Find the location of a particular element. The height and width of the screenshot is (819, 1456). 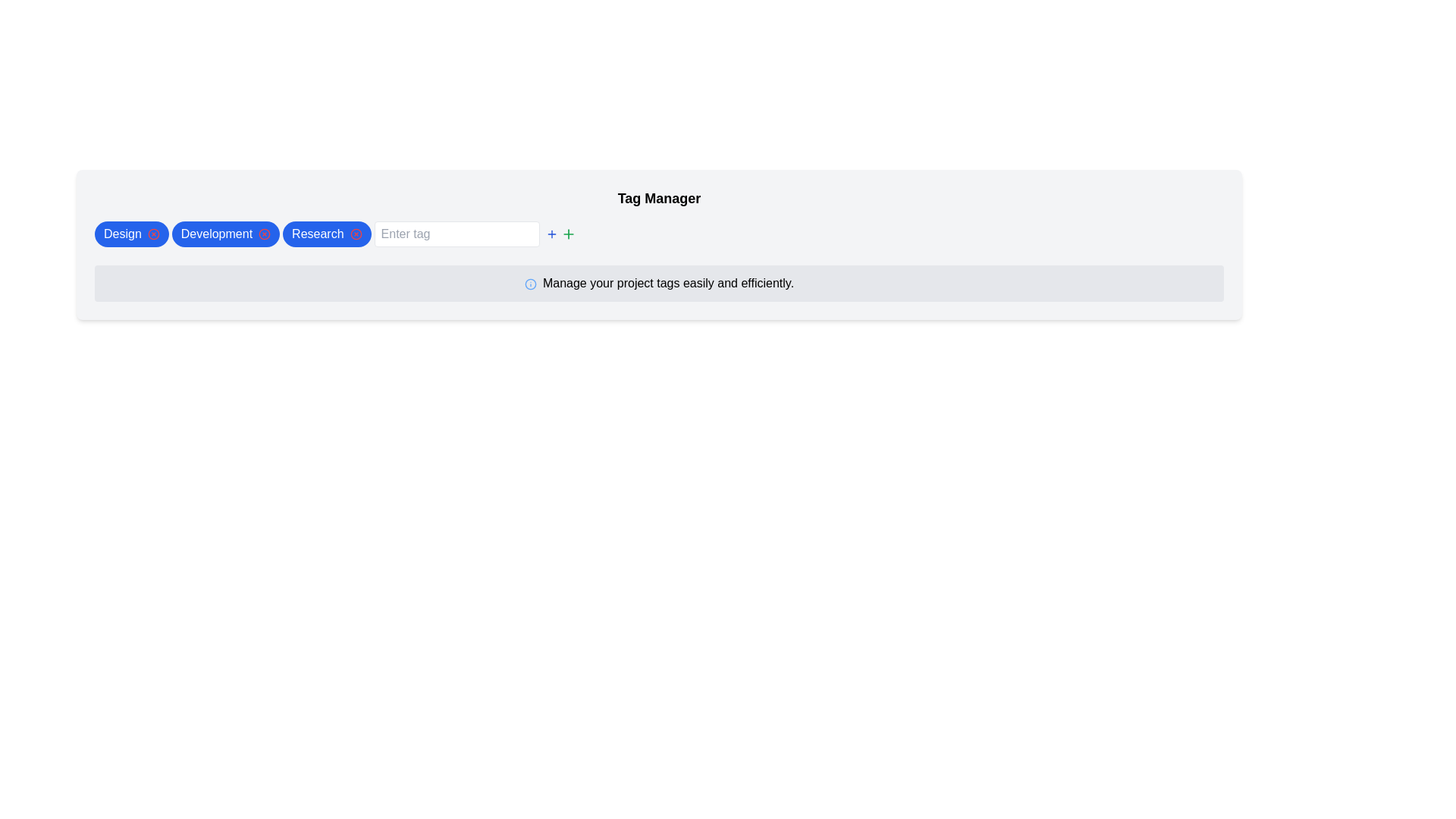

the first button labeled 'Design' which is styled for filtering or categorization, located at the upper-left section of the interface is located at coordinates (131, 234).